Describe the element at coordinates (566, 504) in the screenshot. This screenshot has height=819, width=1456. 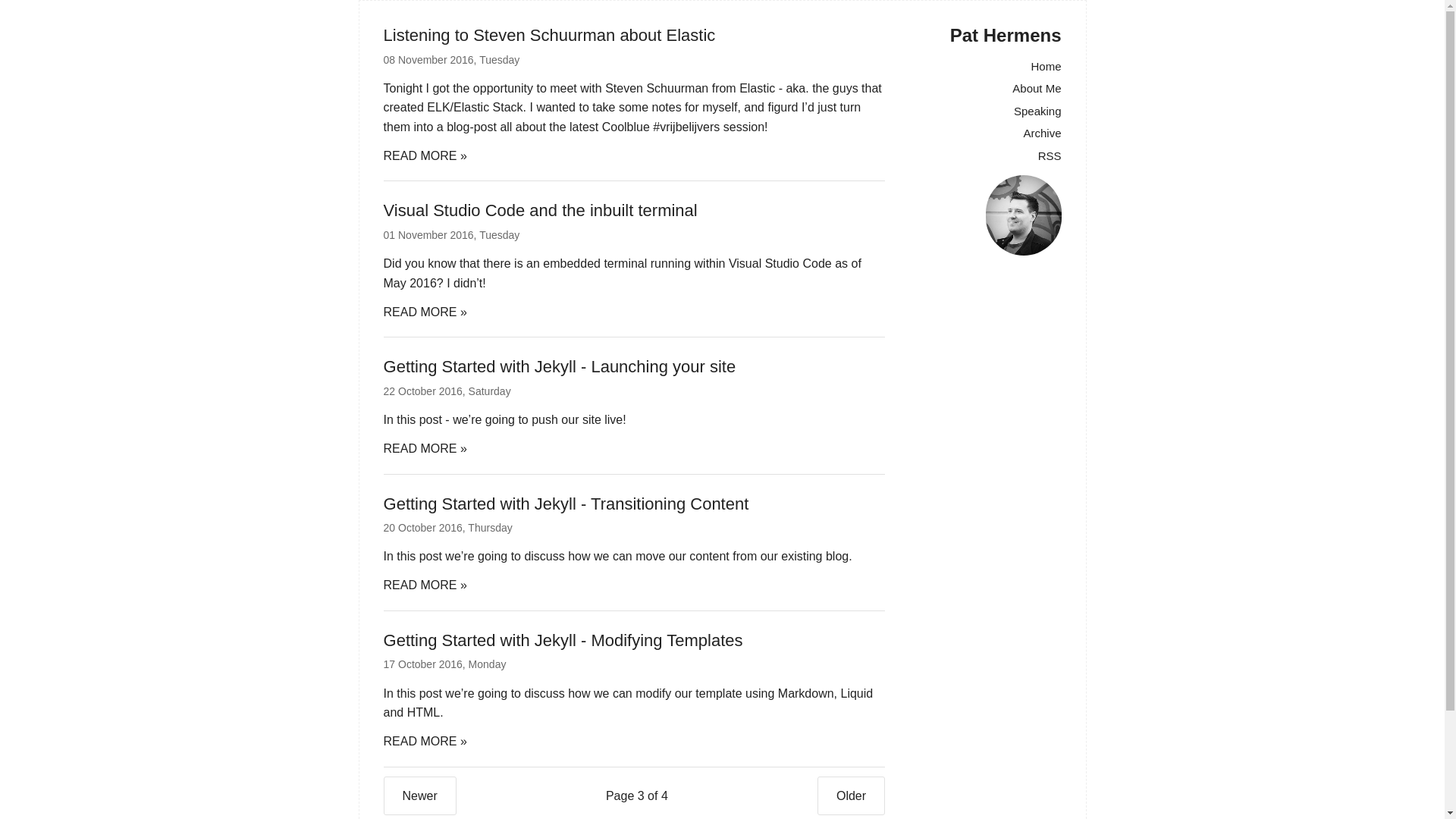
I see `'Getting Started with Jekyll - Transitioning Content'` at that location.